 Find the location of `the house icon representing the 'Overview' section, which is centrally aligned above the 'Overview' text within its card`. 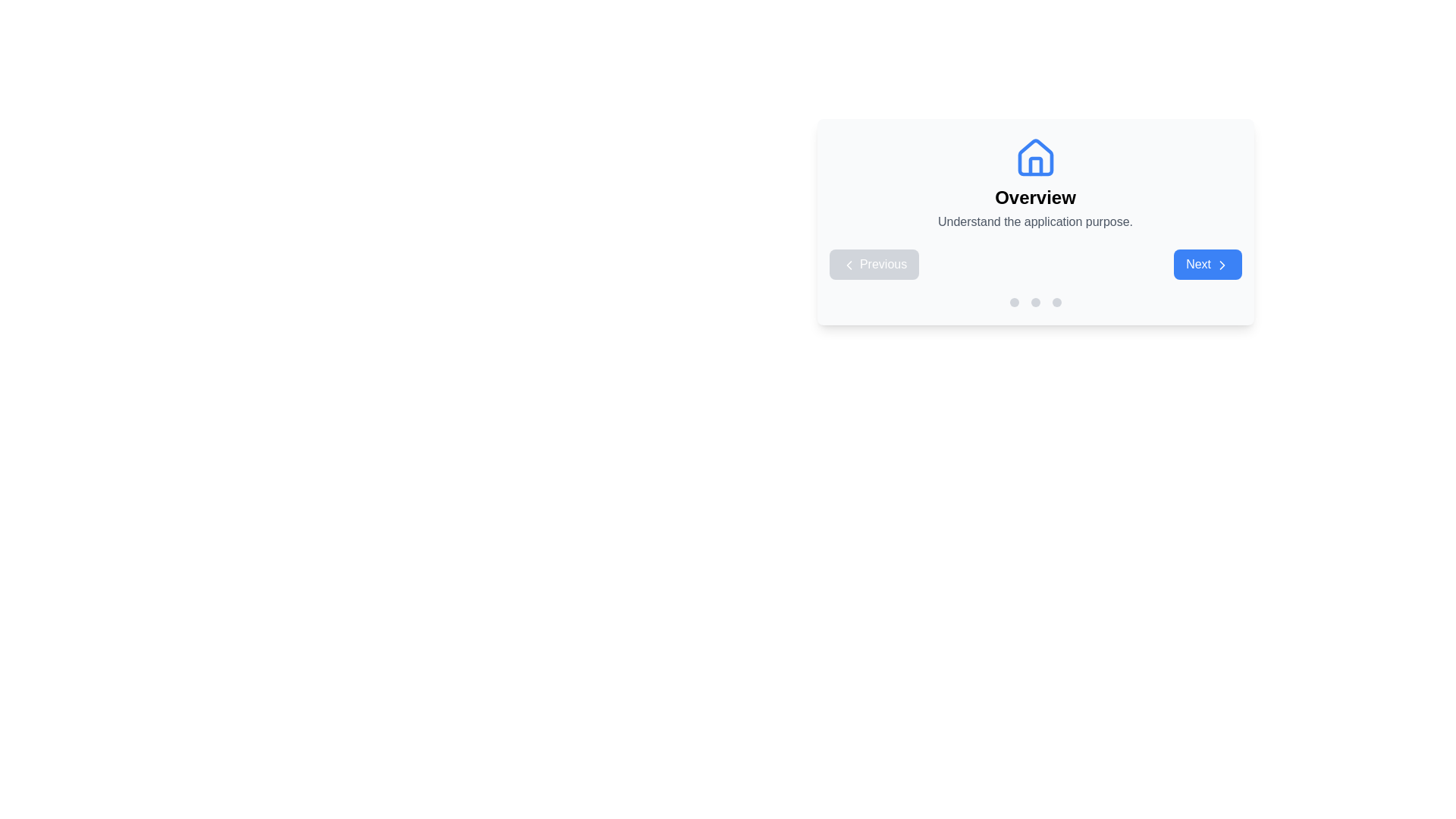

the house icon representing the 'Overview' section, which is centrally aligned above the 'Overview' text within its card is located at coordinates (1034, 158).